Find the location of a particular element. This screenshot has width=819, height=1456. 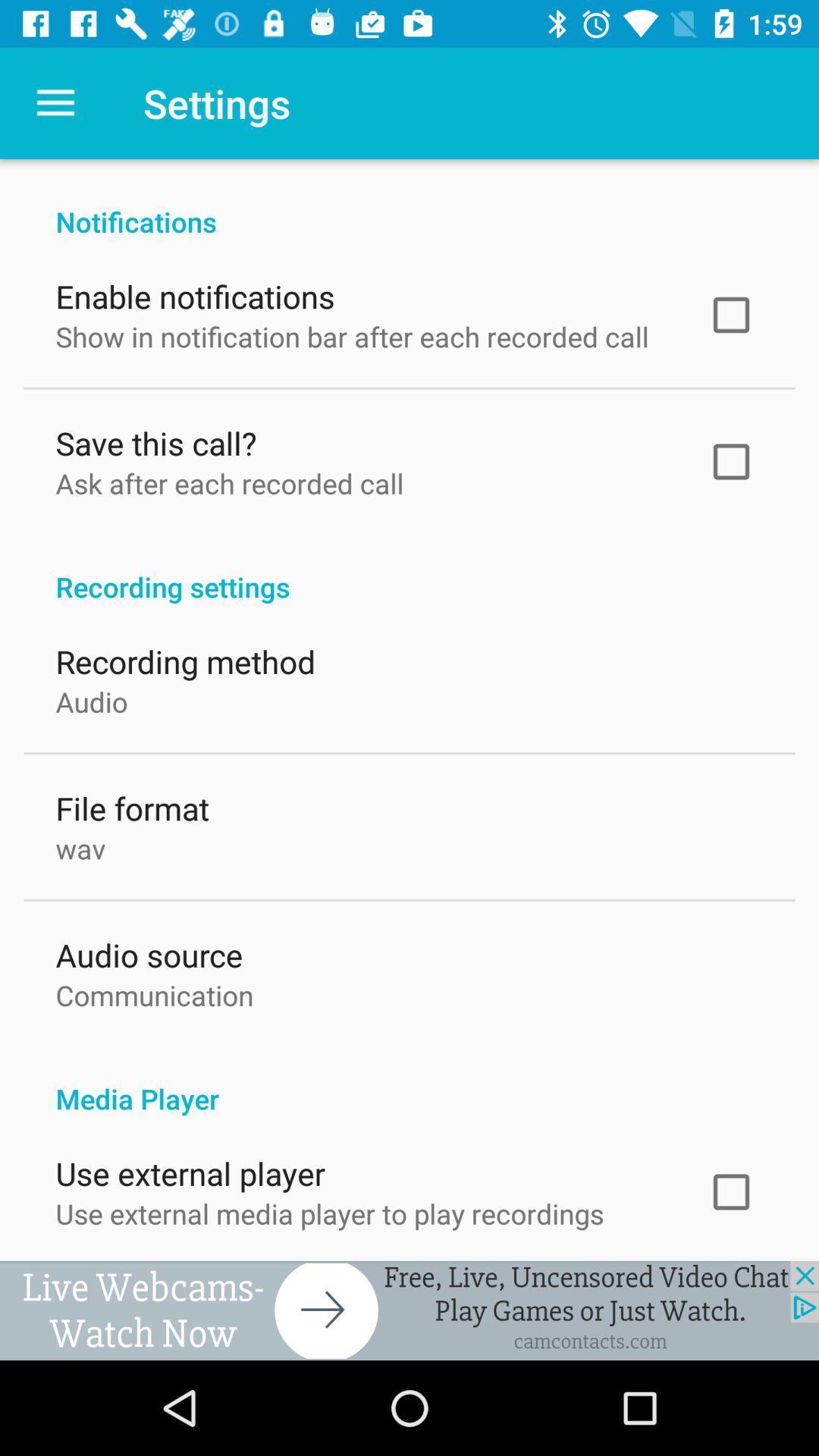

show in notification item is located at coordinates (352, 332).